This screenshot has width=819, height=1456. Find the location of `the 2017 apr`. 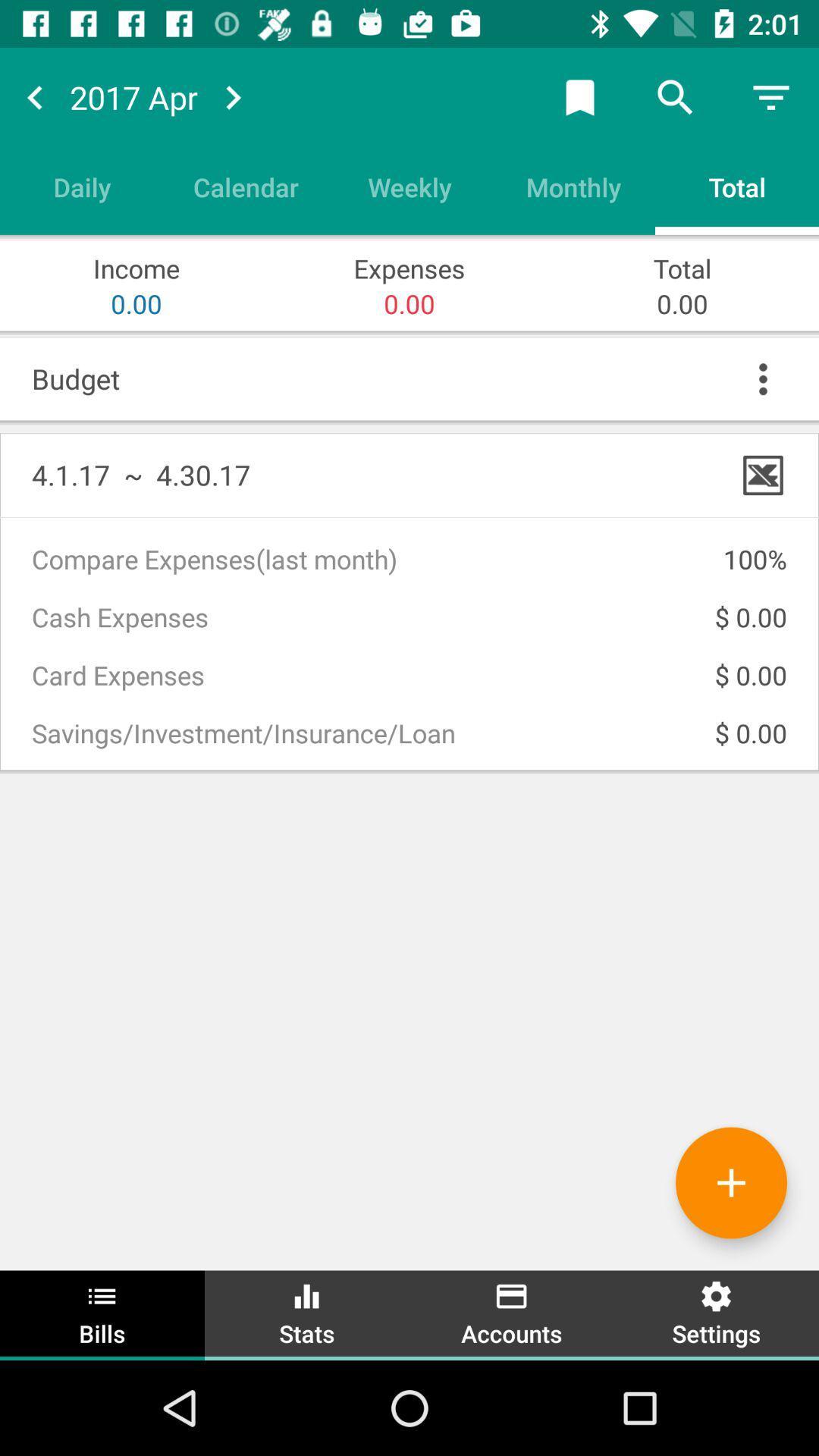

the 2017 apr is located at coordinates (133, 96).